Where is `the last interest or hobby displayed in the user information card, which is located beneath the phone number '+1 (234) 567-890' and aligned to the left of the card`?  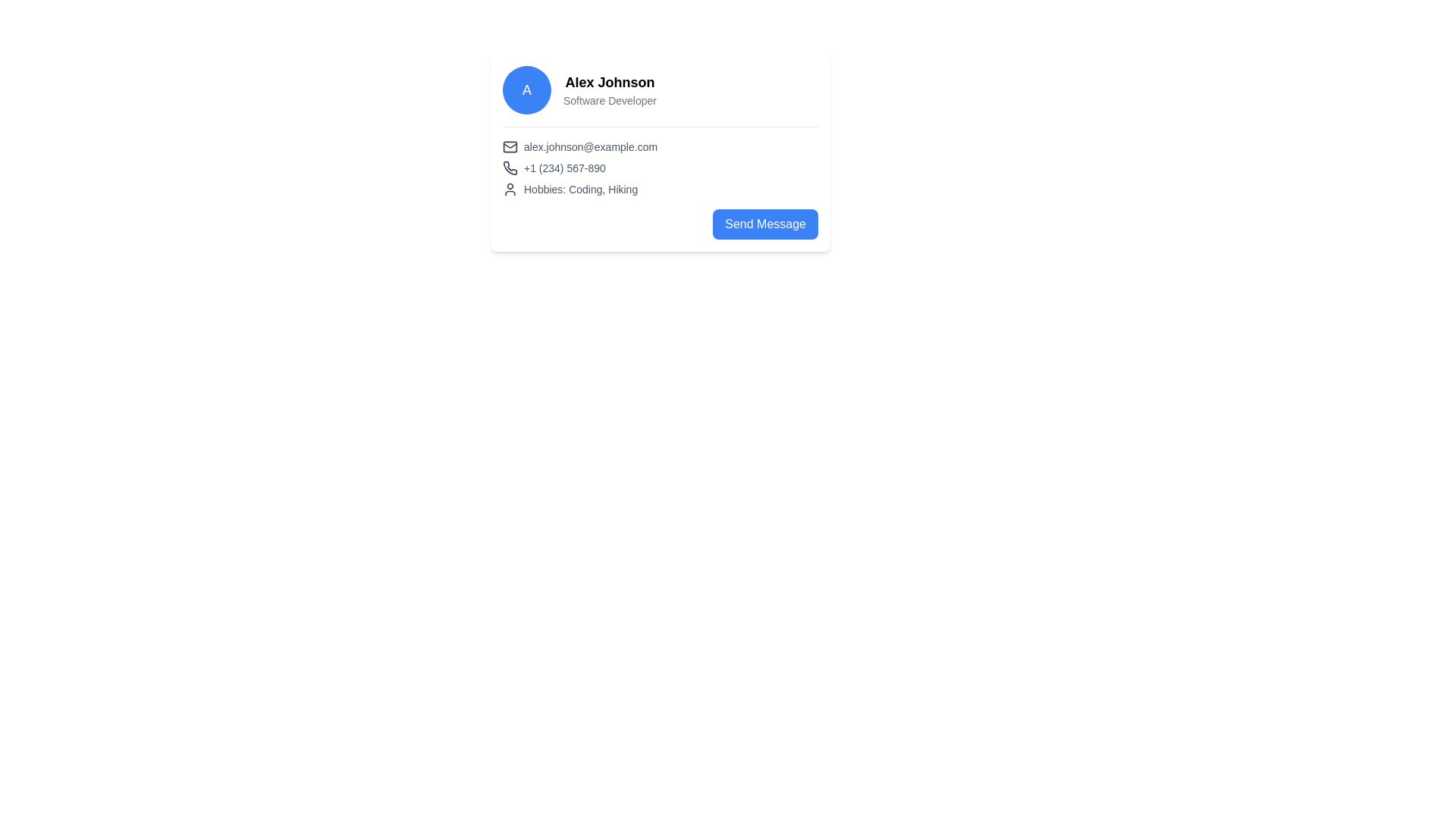 the last interest or hobby displayed in the user information card, which is located beneath the phone number '+1 (234) 567-890' and aligned to the left of the card is located at coordinates (660, 189).